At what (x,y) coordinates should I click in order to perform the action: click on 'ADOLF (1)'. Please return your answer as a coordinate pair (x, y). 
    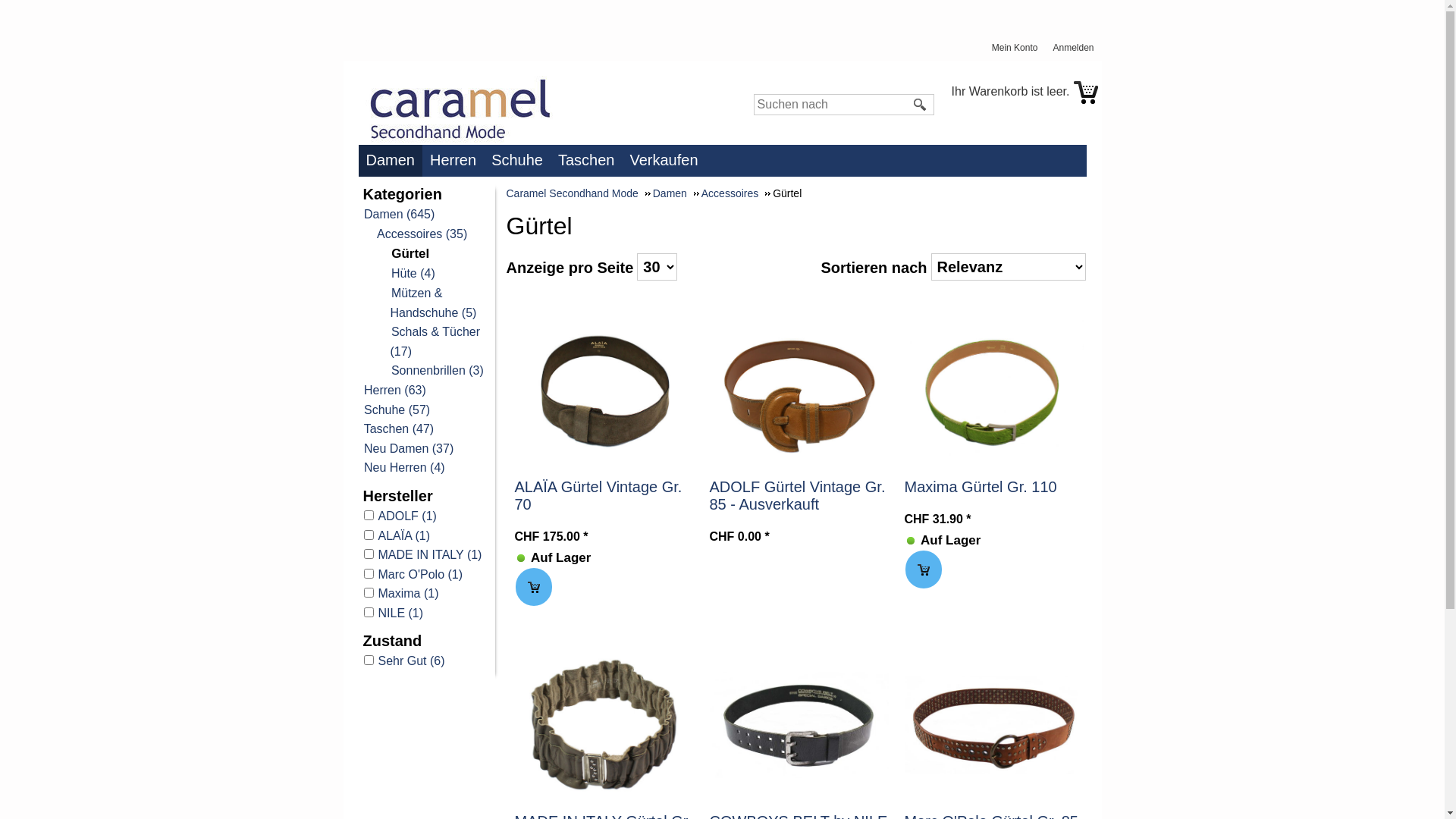
    Looking at the image, I should click on (362, 516).